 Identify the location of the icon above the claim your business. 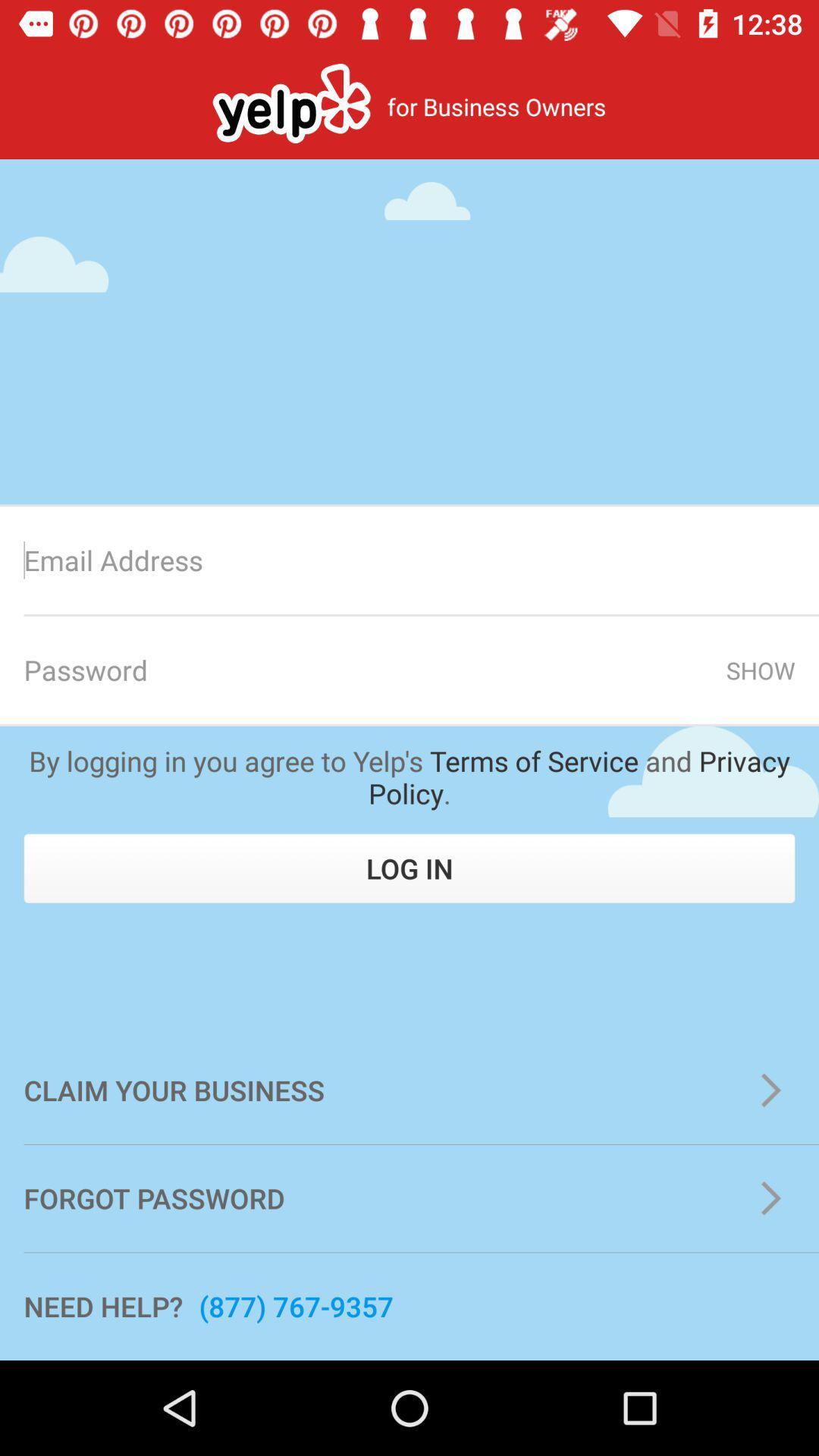
(409, 868).